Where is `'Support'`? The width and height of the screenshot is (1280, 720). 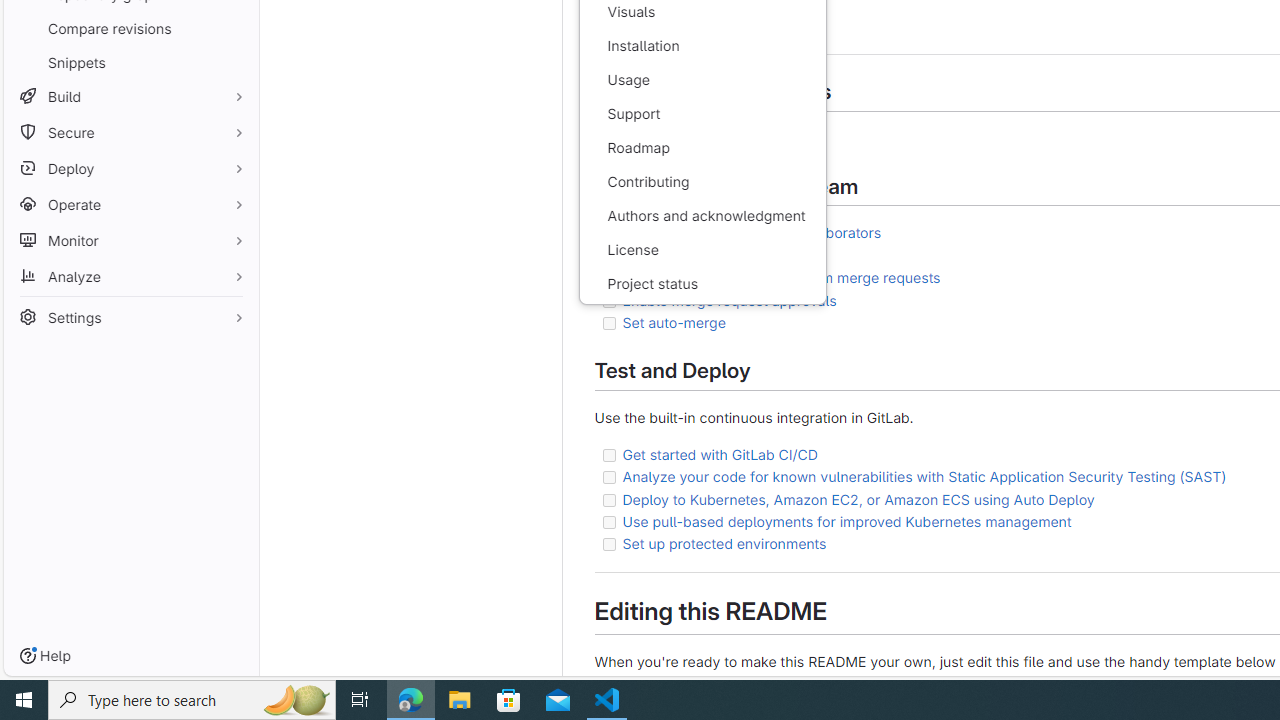 'Support' is located at coordinates (702, 114).